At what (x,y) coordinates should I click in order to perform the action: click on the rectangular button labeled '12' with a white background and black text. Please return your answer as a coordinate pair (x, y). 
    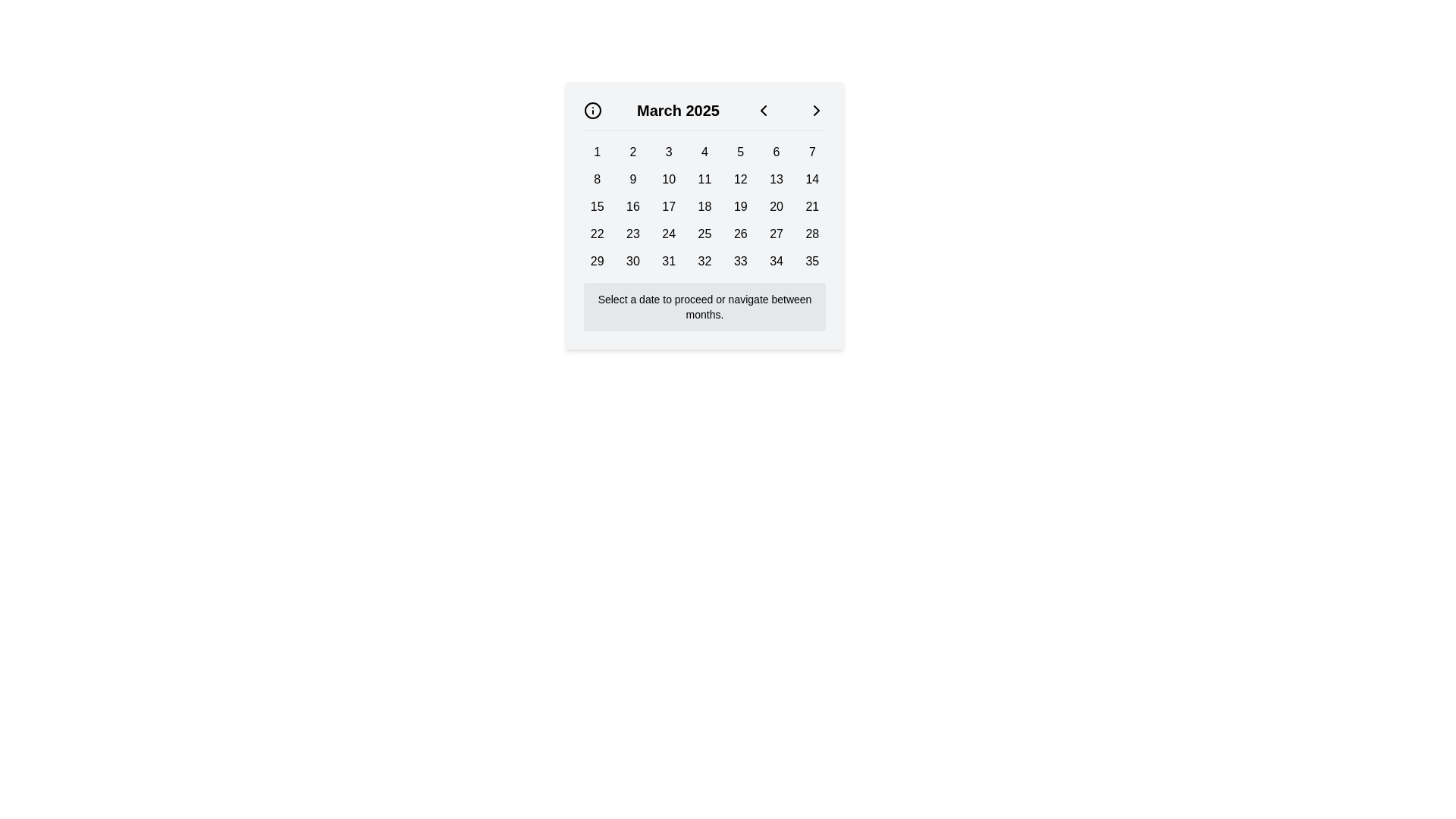
    Looking at the image, I should click on (740, 178).